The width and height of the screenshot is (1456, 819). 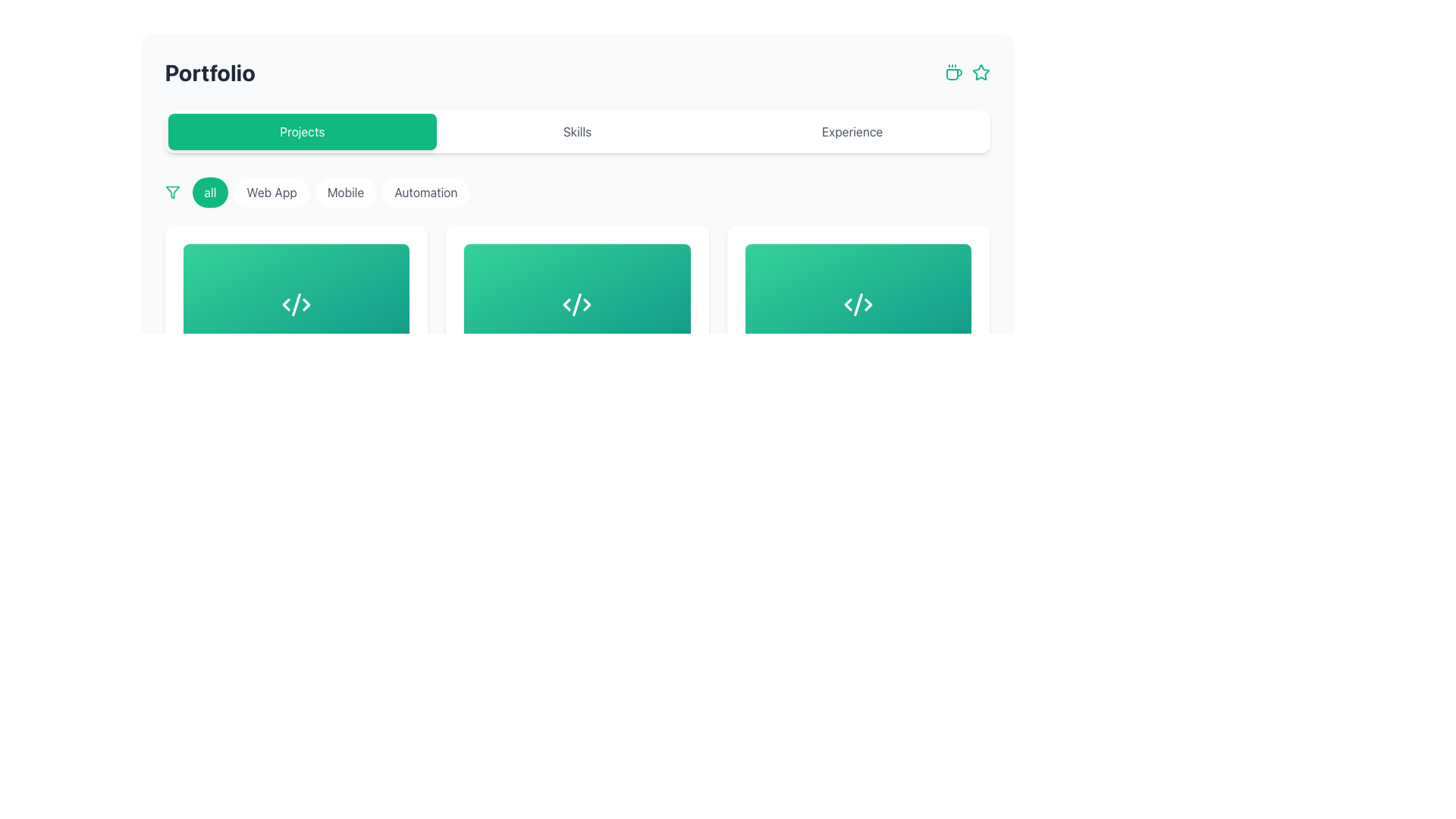 I want to click on the leftmost filter button, so click(x=209, y=192).